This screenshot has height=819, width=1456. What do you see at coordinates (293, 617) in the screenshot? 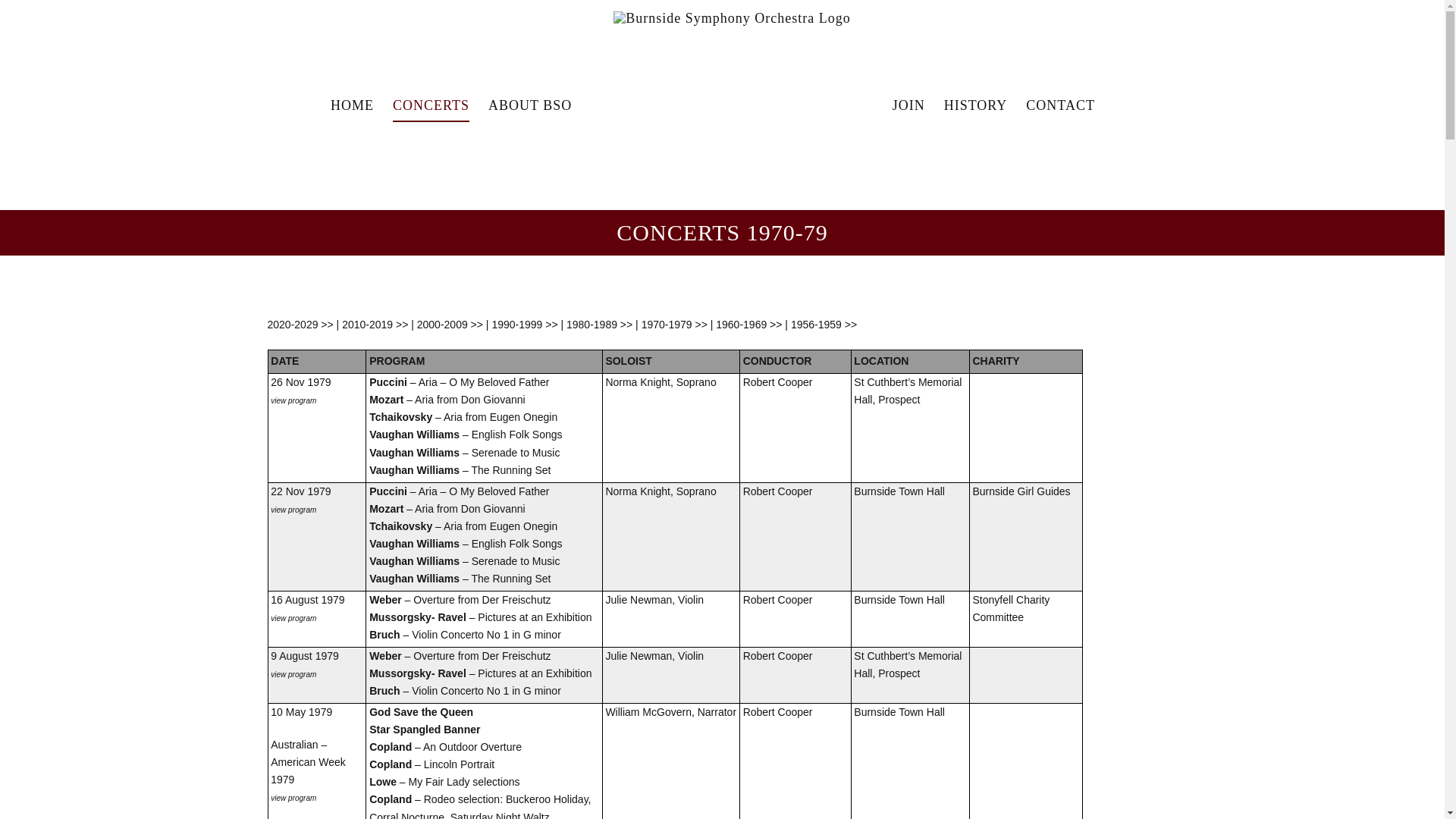
I see `'view program'` at bounding box center [293, 617].